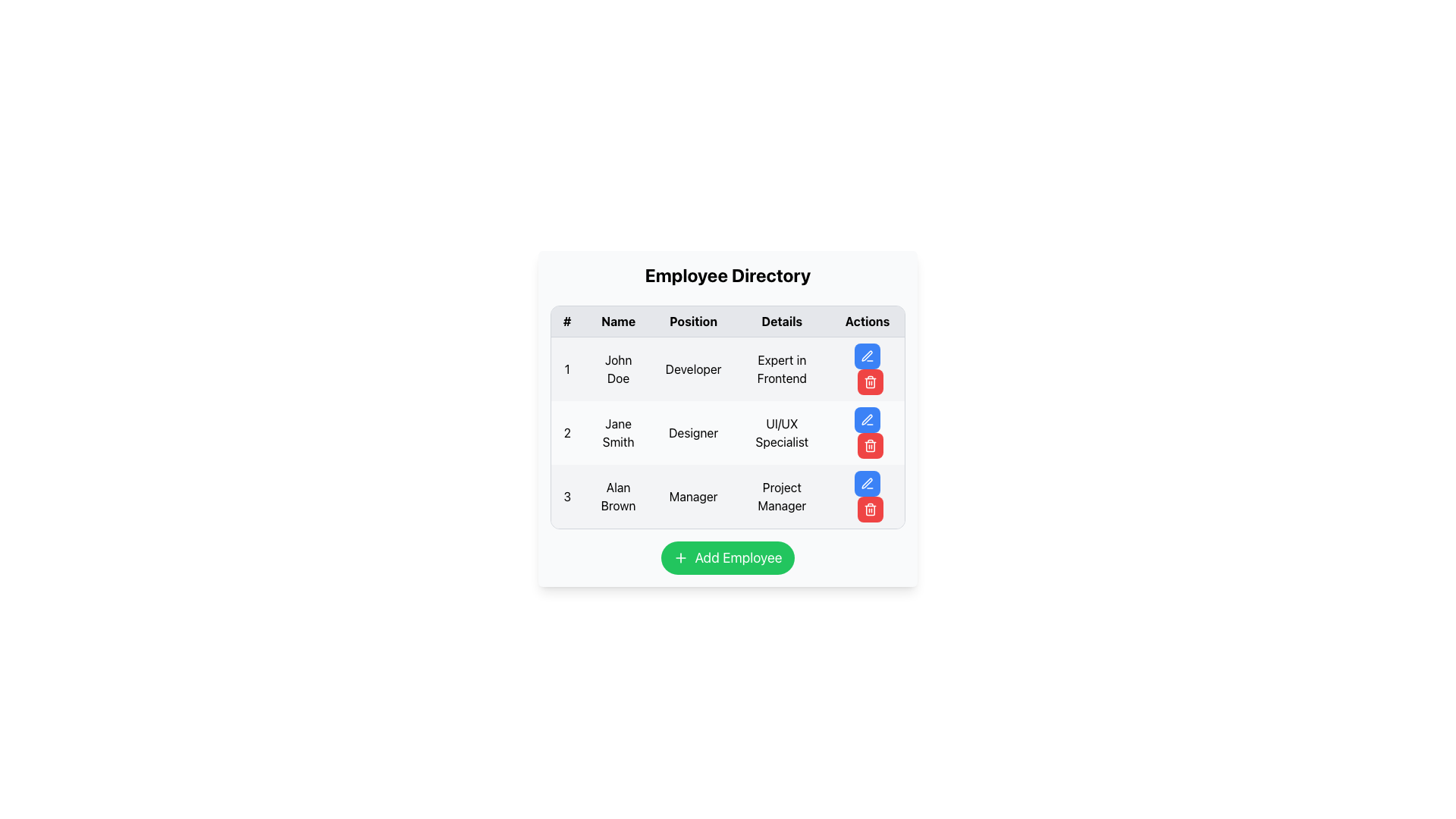 The width and height of the screenshot is (1456, 819). What do you see at coordinates (782, 497) in the screenshot?
I see `the 'Project Manager' text label located in the 'Details' column of the table, specifically in the fourth cell of the row for employee 'Alan Brown'` at bounding box center [782, 497].